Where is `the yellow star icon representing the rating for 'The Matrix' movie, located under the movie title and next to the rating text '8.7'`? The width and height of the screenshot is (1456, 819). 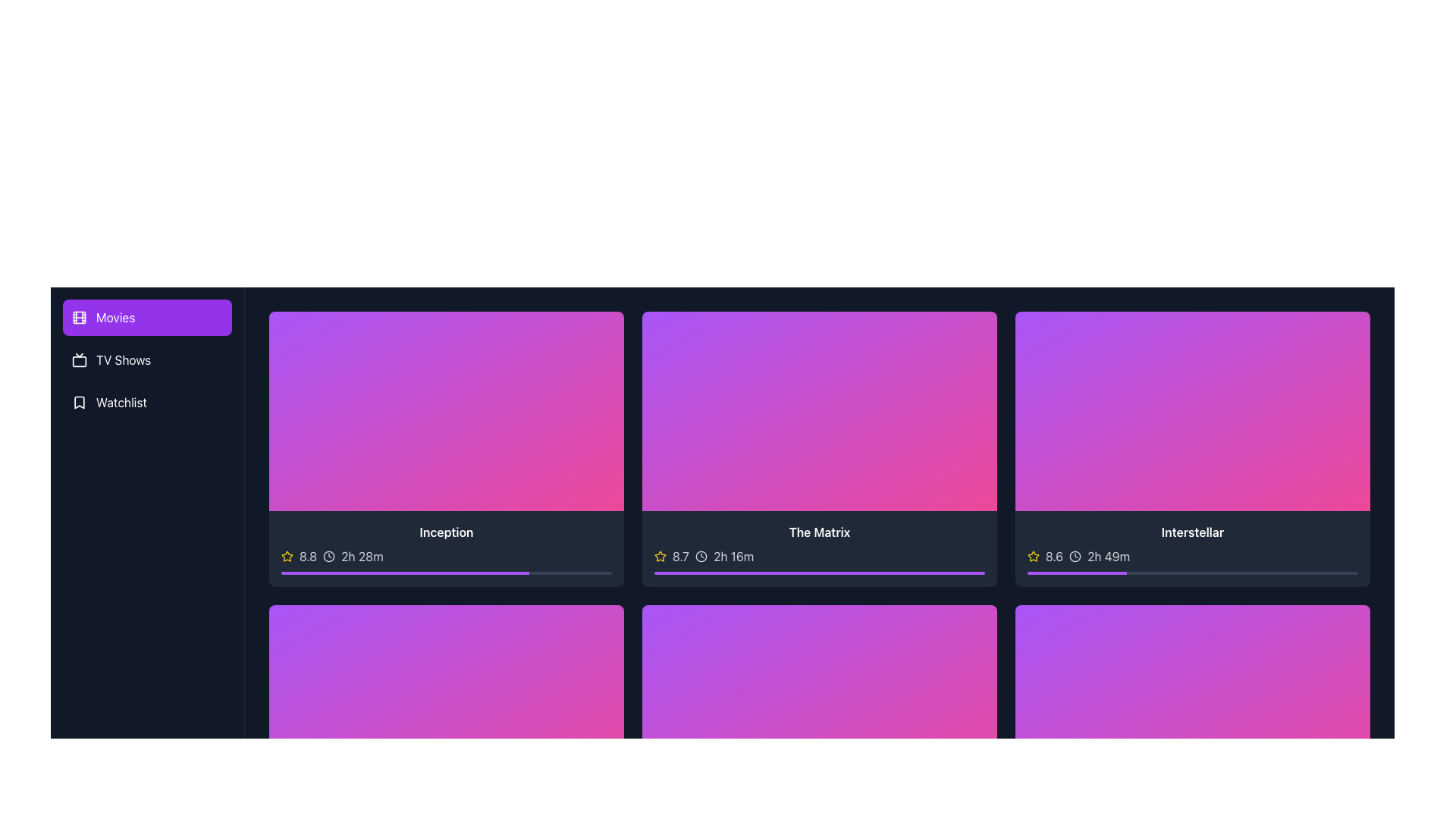
the yellow star icon representing the rating for 'The Matrix' movie, located under the movie title and next to the rating text '8.7' is located at coordinates (660, 556).